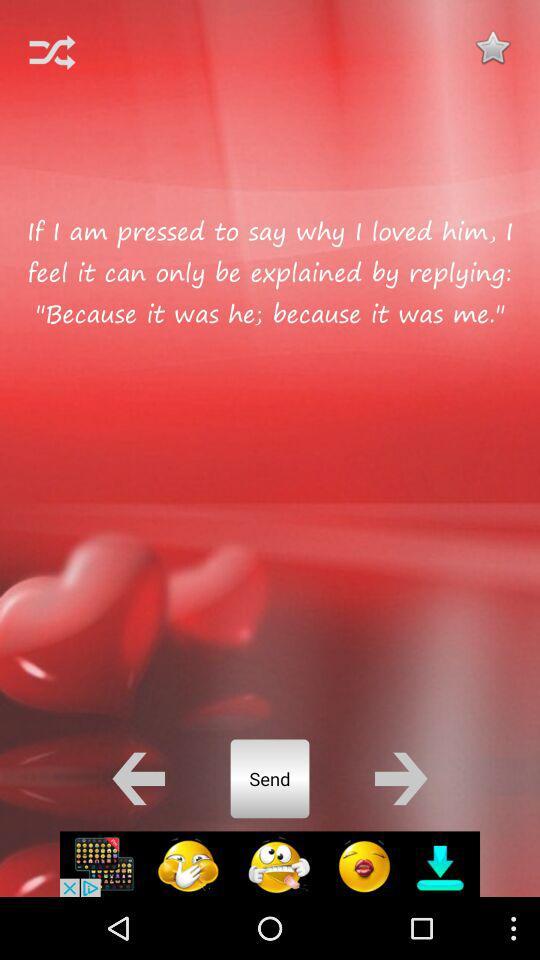 The width and height of the screenshot is (540, 960). I want to click on button, so click(491, 46).